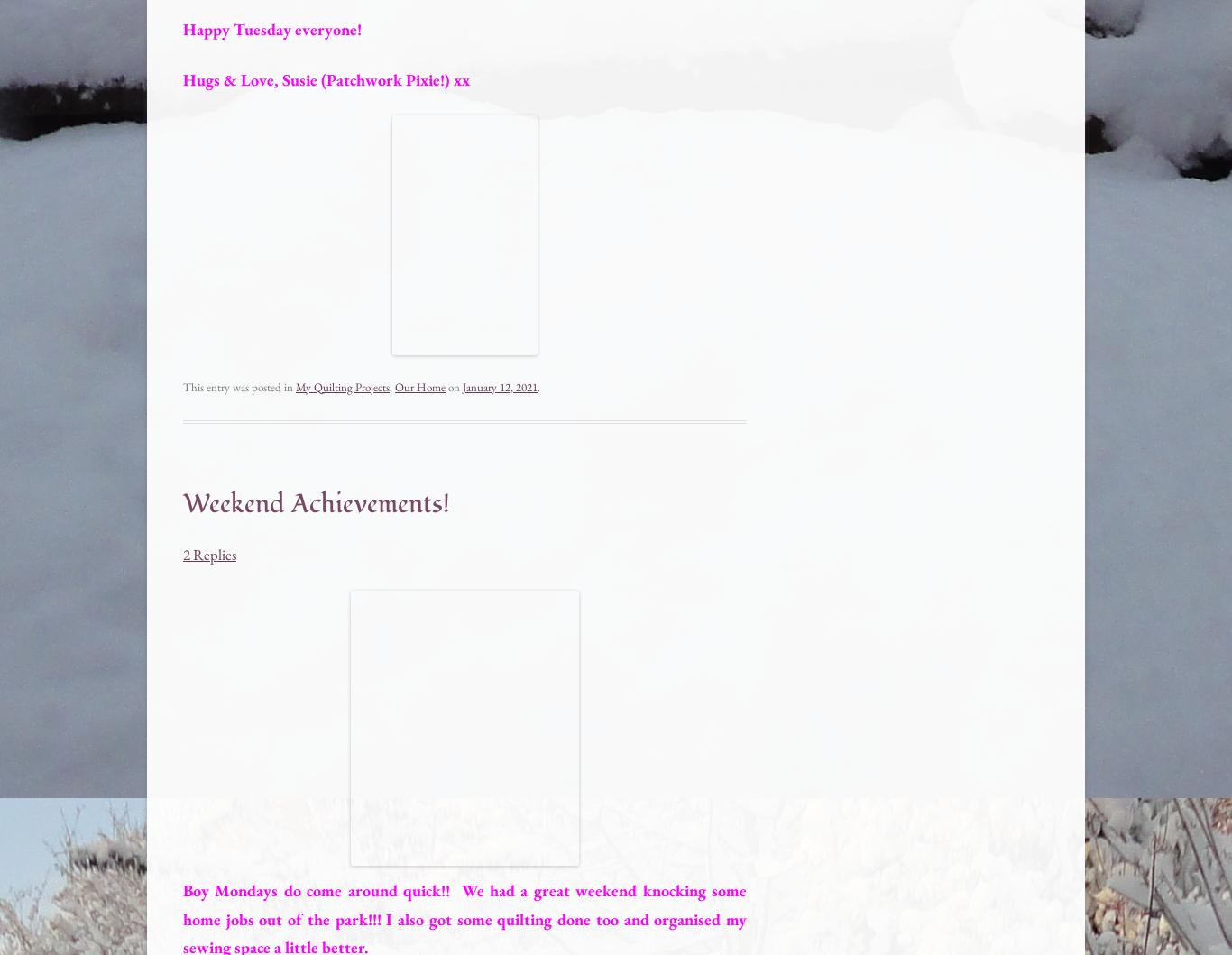 The width and height of the screenshot is (1232, 955). I want to click on 'Hugs & Love, Susie (Patchwork Pixie!) xx', so click(325, 78).